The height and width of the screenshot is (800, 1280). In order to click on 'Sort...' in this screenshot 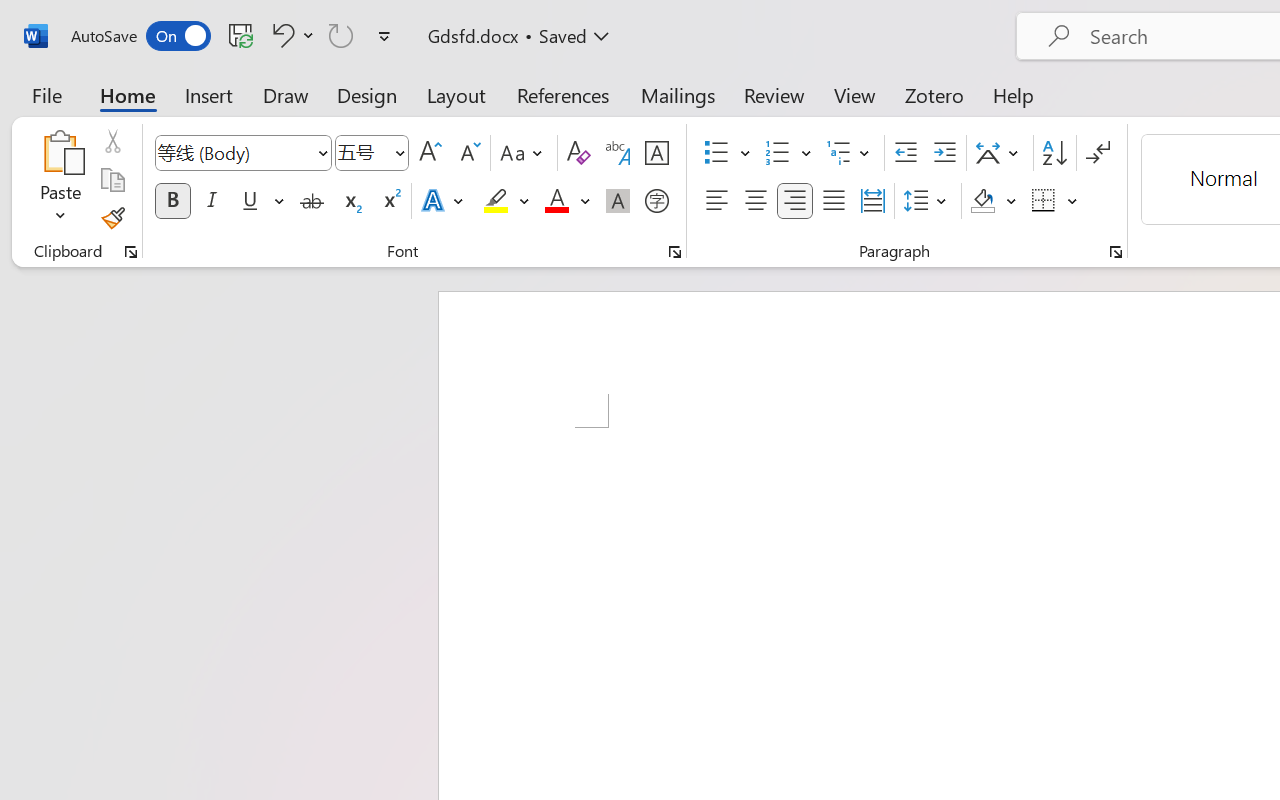, I will do `click(1053, 153)`.